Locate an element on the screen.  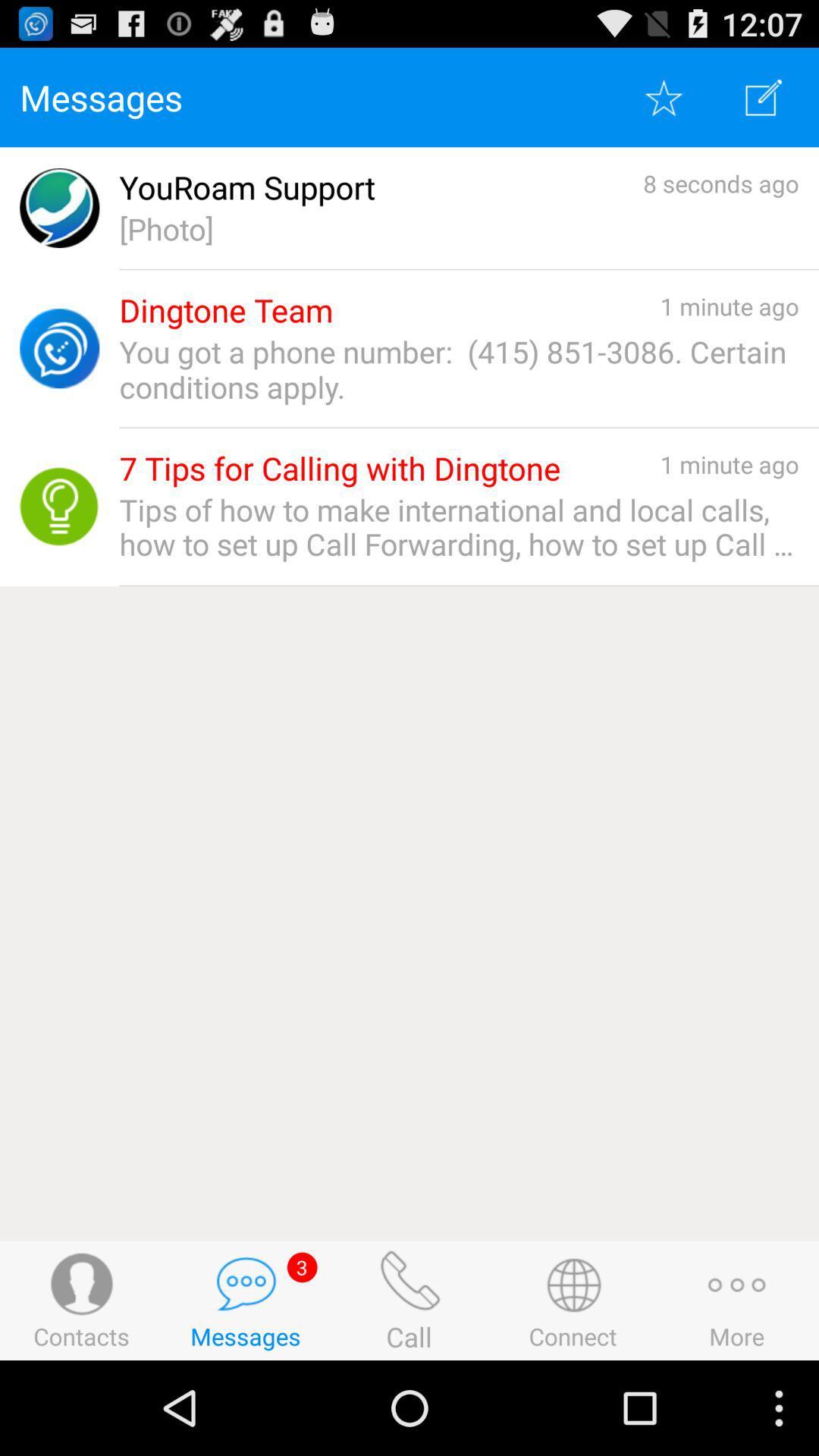
the 7 tips for app is located at coordinates (339, 468).